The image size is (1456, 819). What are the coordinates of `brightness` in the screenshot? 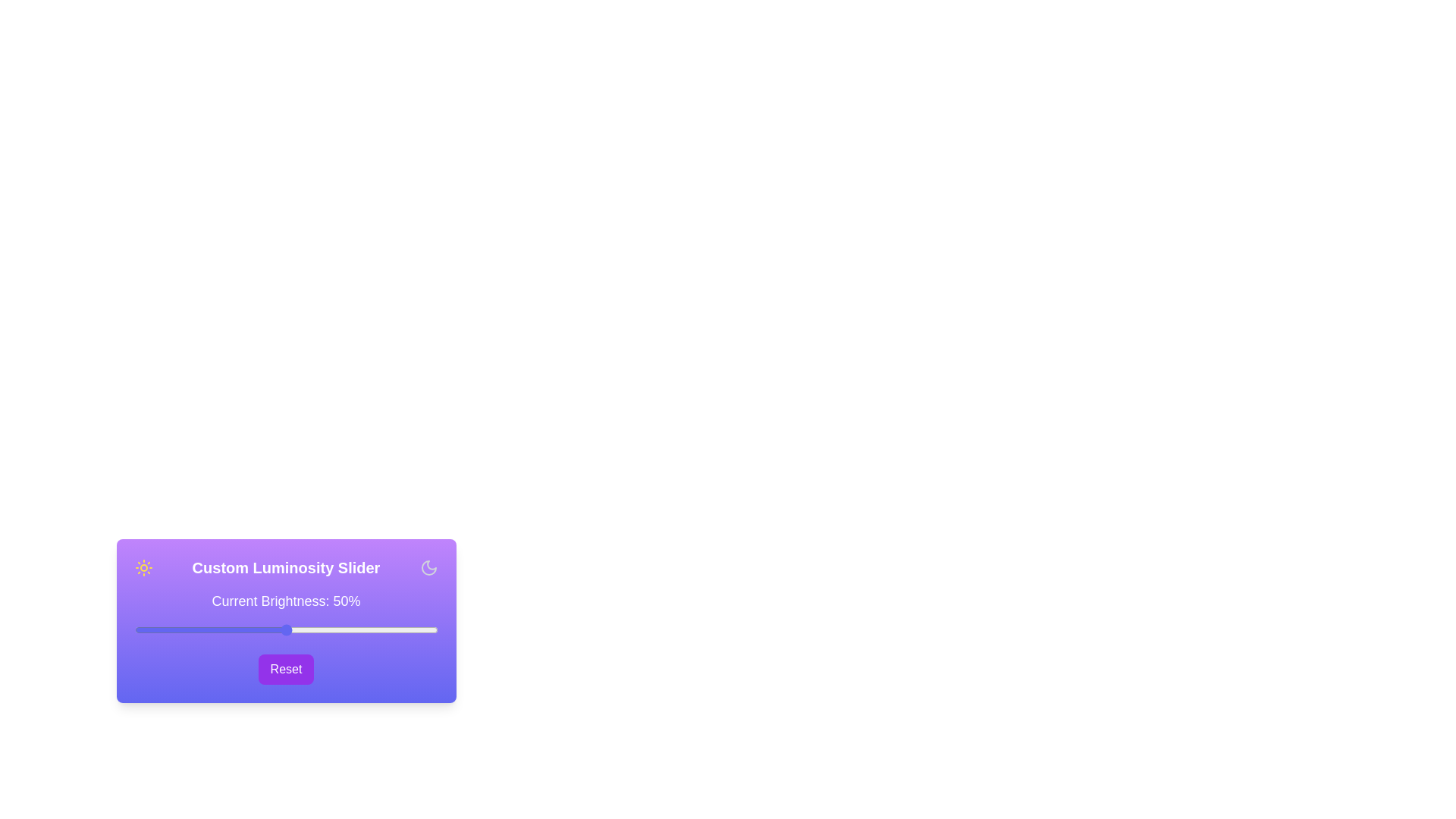 It's located at (171, 629).